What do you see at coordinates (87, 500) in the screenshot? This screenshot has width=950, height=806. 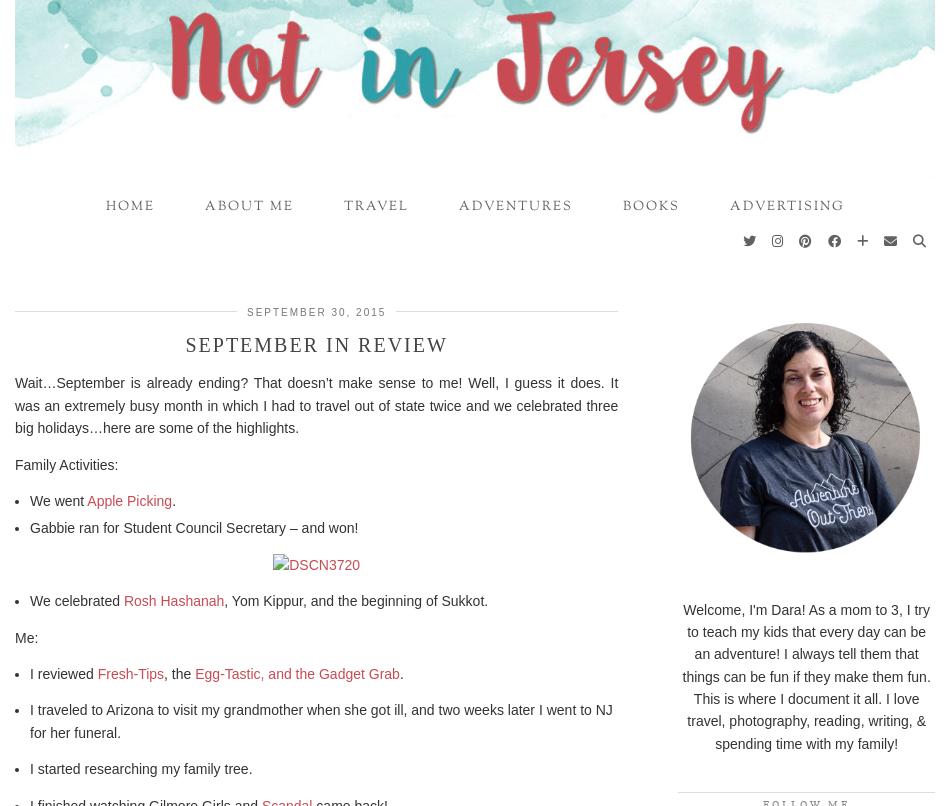 I see `'Apple Picking'` at bounding box center [87, 500].